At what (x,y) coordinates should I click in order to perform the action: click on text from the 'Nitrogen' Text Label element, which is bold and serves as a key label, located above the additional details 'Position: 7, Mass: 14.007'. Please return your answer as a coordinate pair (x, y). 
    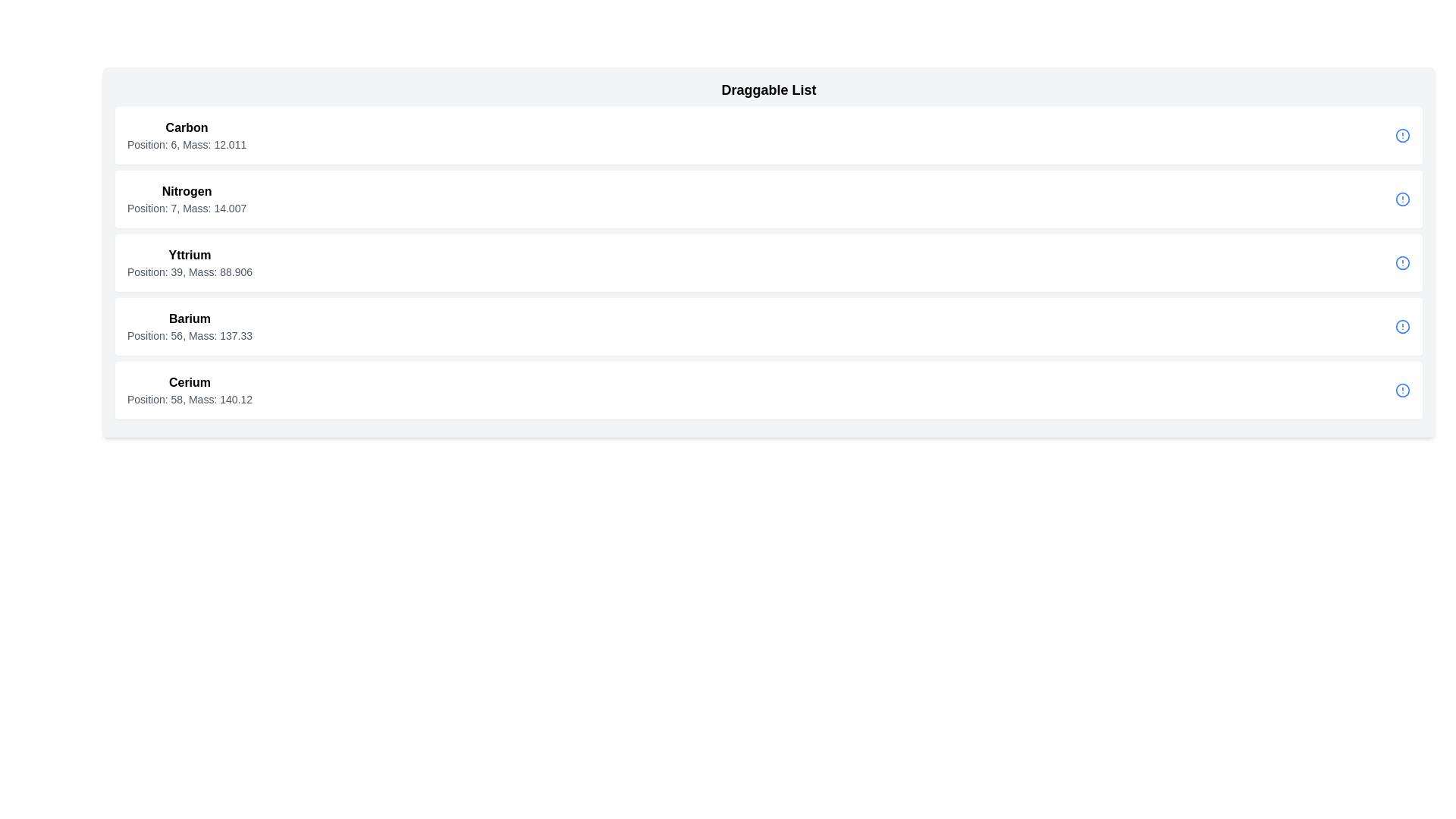
    Looking at the image, I should click on (186, 191).